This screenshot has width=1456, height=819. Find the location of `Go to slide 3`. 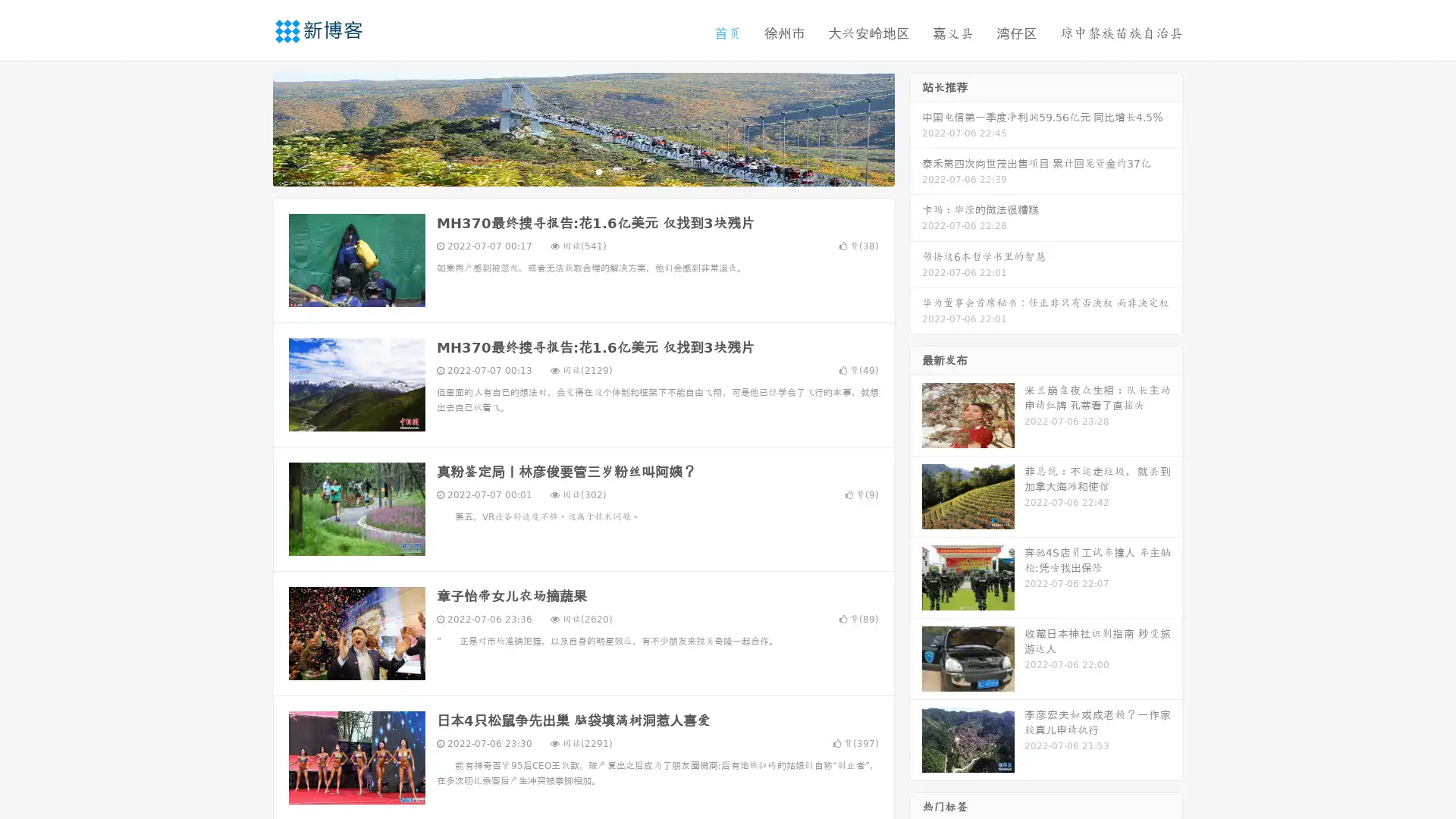

Go to slide 3 is located at coordinates (598, 171).